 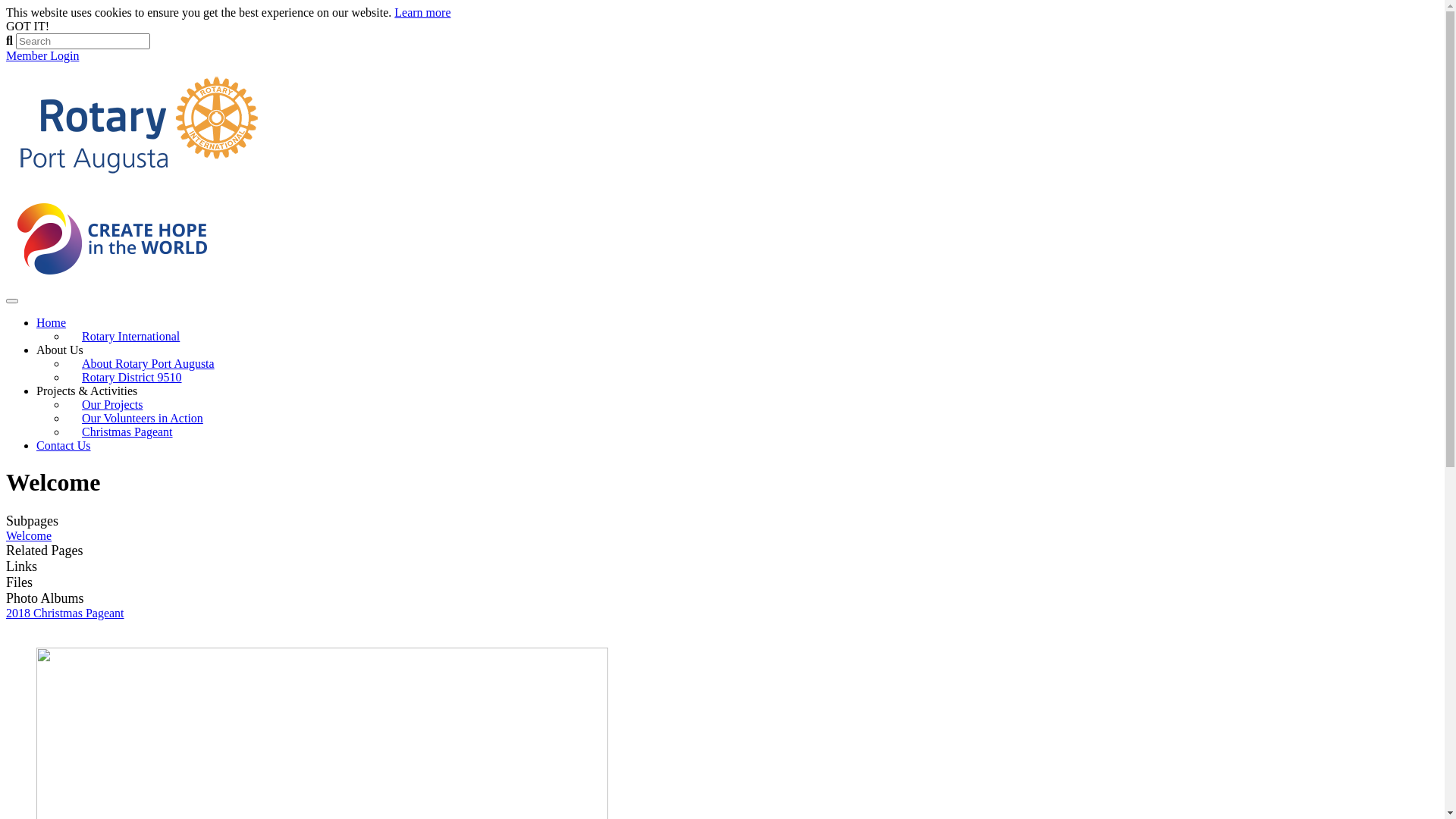 What do you see at coordinates (65, 431) in the screenshot?
I see `'Christmas Pageant'` at bounding box center [65, 431].